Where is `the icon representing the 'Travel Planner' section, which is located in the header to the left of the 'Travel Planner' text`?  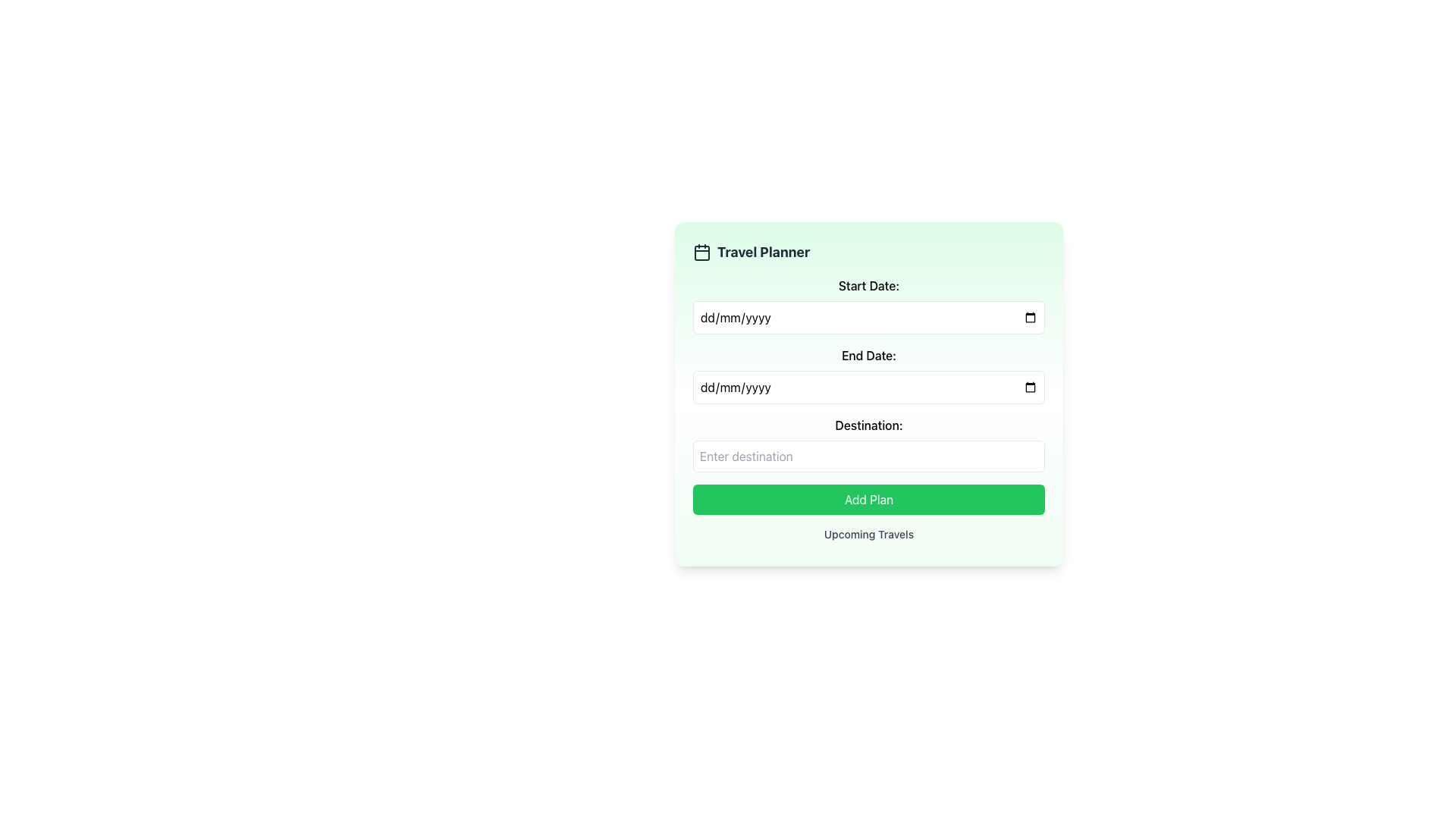 the icon representing the 'Travel Planner' section, which is located in the header to the left of the 'Travel Planner' text is located at coordinates (701, 251).